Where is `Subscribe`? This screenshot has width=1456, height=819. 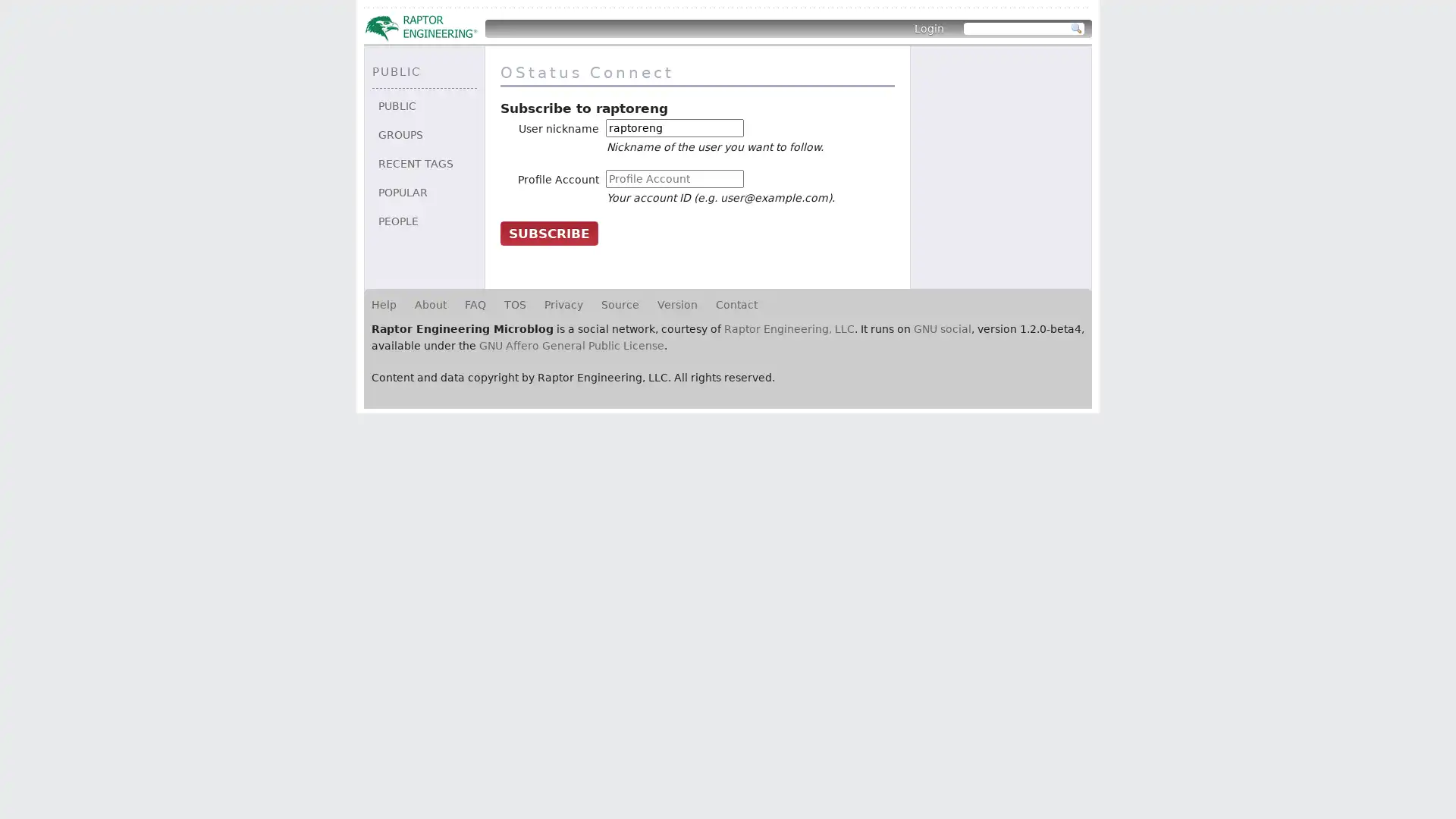
Subscribe is located at coordinates (548, 233).